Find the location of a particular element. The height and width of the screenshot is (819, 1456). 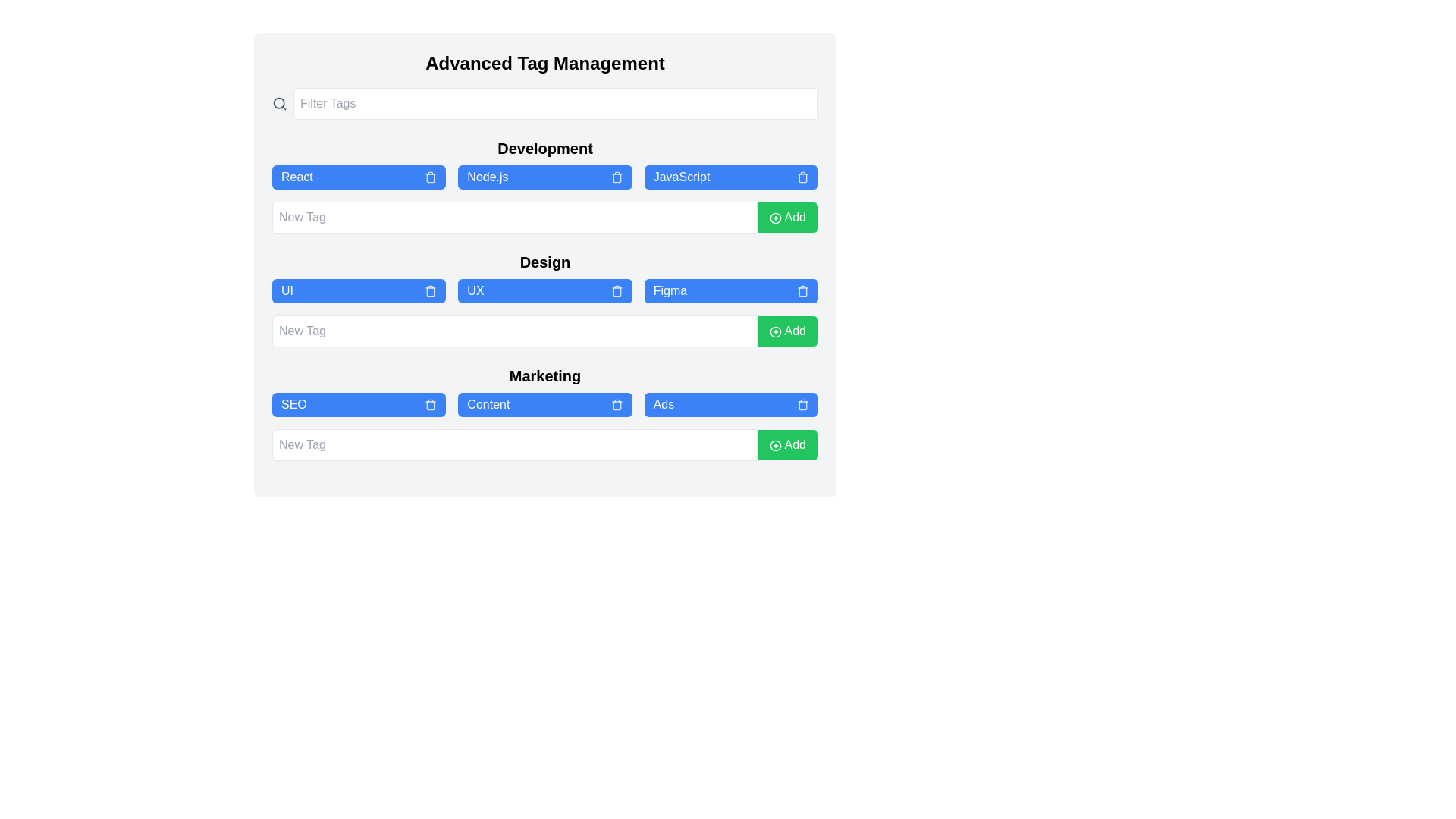

the textual header located centrally below the search bar, which serves as a title for the section containing tags such as 'React', 'Node.js', and 'JavaScript' is located at coordinates (545, 149).